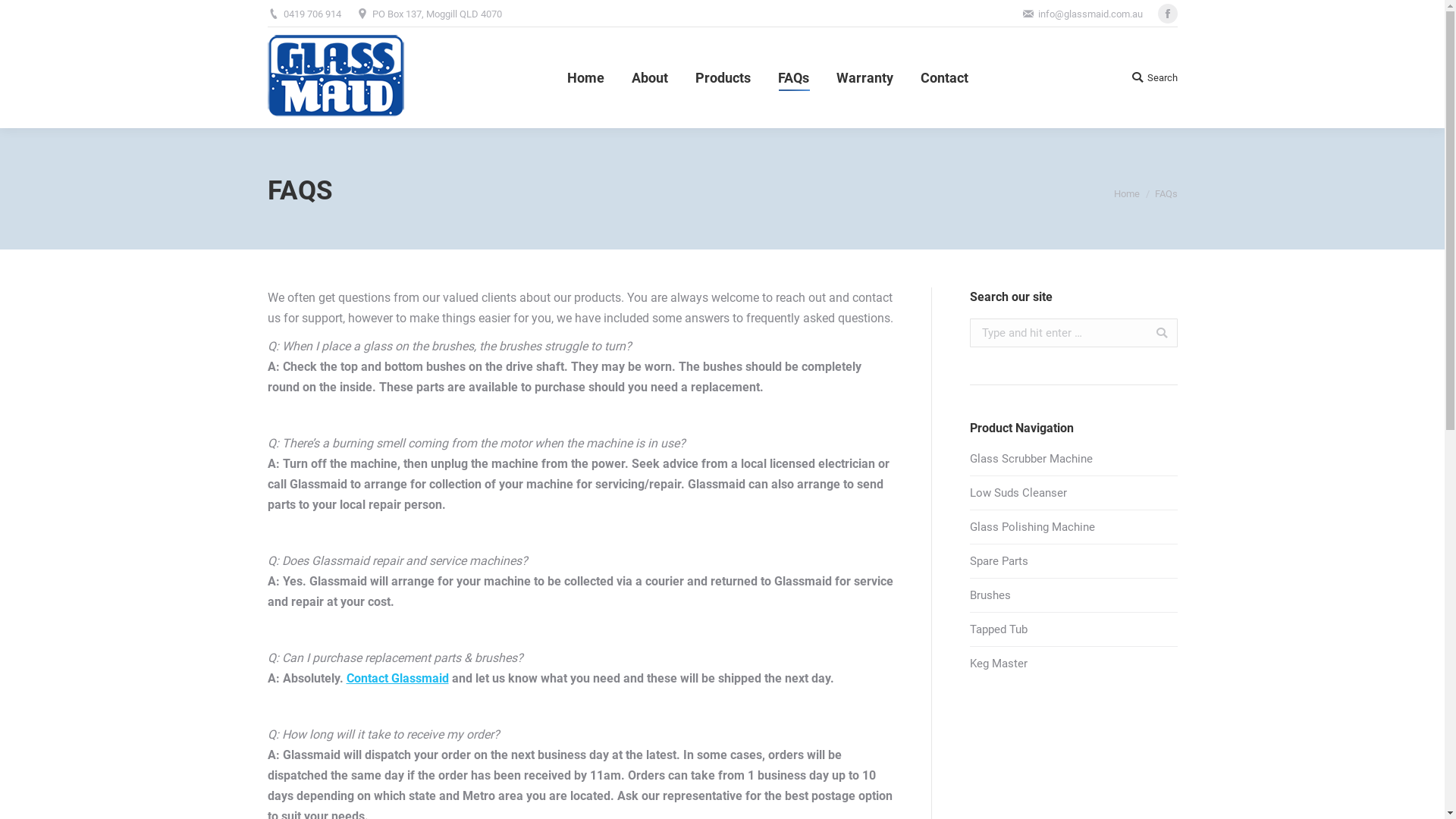  What do you see at coordinates (997, 663) in the screenshot?
I see `'Keg Master'` at bounding box center [997, 663].